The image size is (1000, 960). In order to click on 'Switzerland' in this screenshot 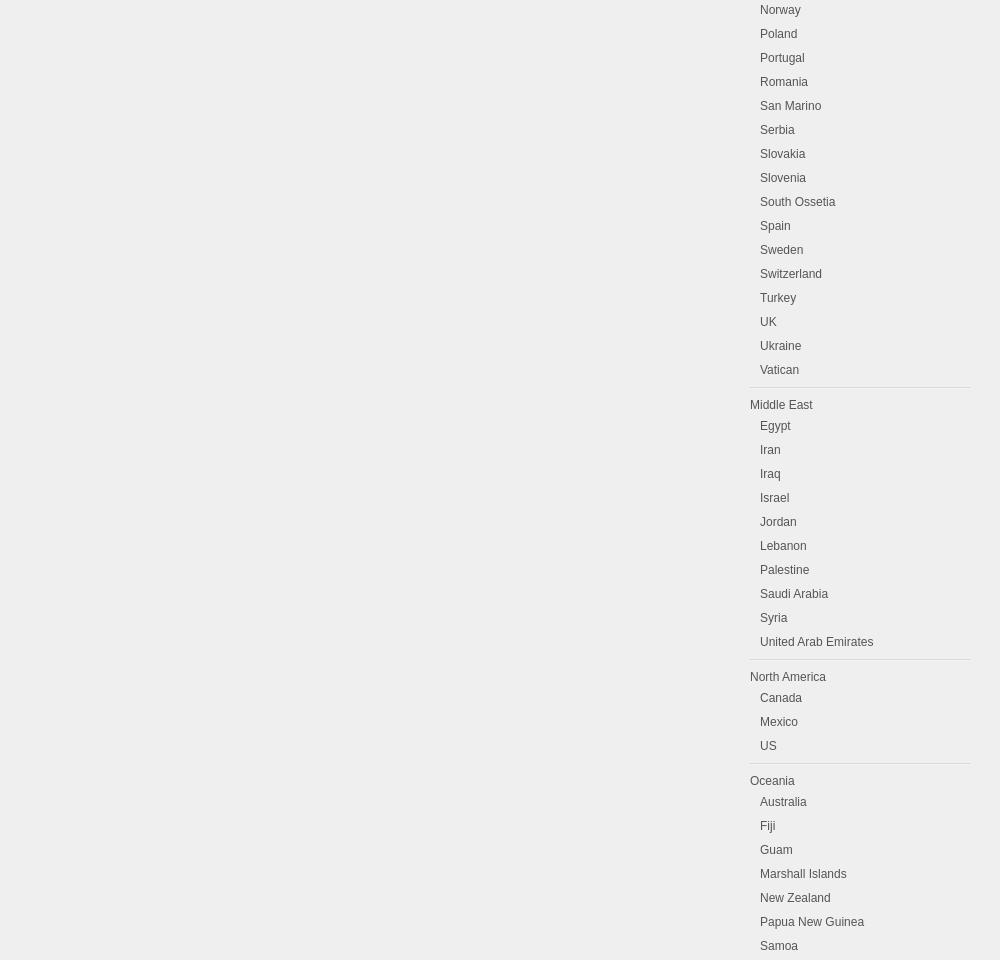, I will do `click(791, 272)`.